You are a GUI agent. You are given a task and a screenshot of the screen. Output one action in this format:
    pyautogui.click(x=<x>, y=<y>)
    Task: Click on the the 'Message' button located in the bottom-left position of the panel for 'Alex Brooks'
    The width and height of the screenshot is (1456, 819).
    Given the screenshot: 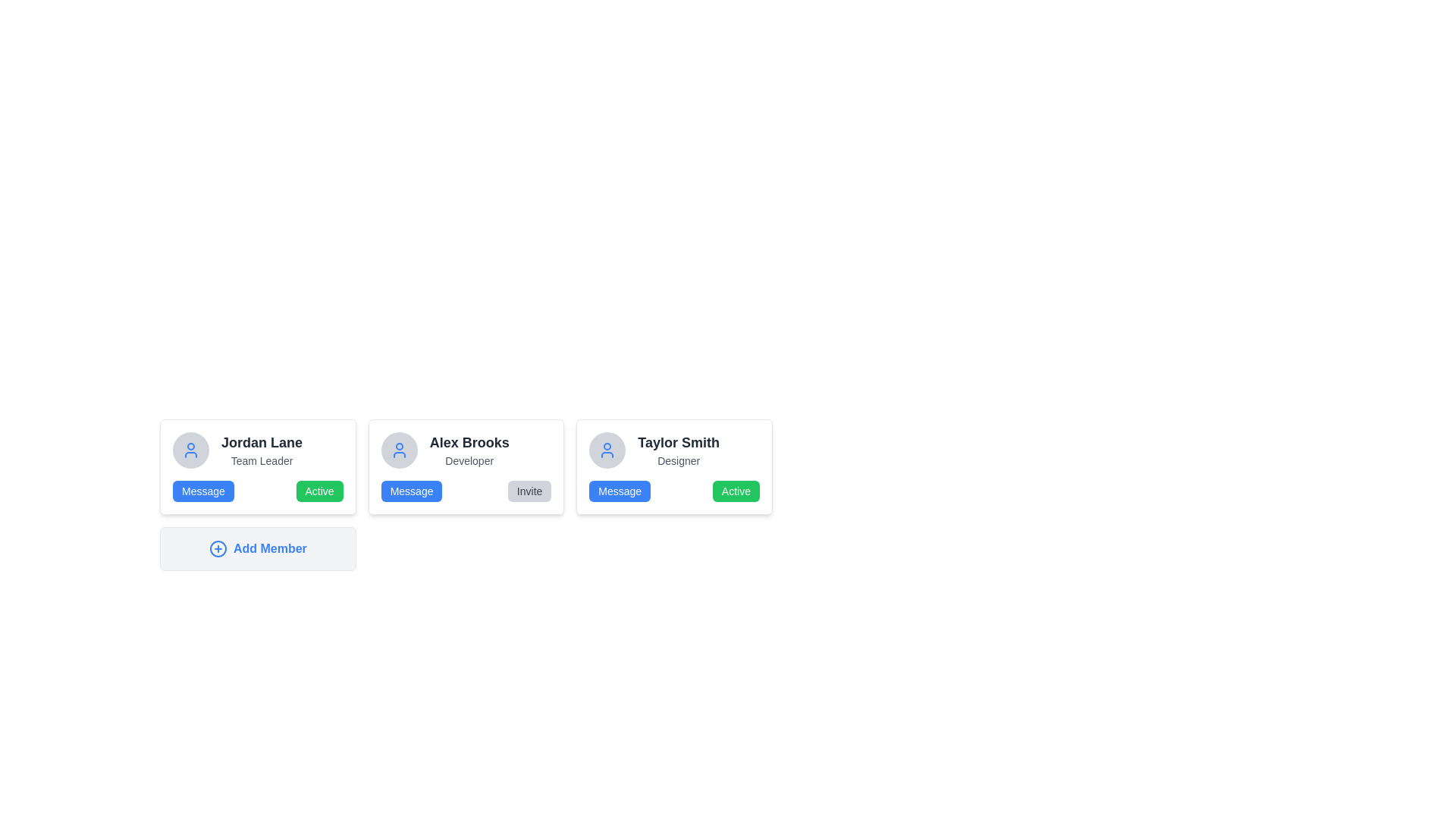 What is the action you would take?
    pyautogui.click(x=411, y=491)
    